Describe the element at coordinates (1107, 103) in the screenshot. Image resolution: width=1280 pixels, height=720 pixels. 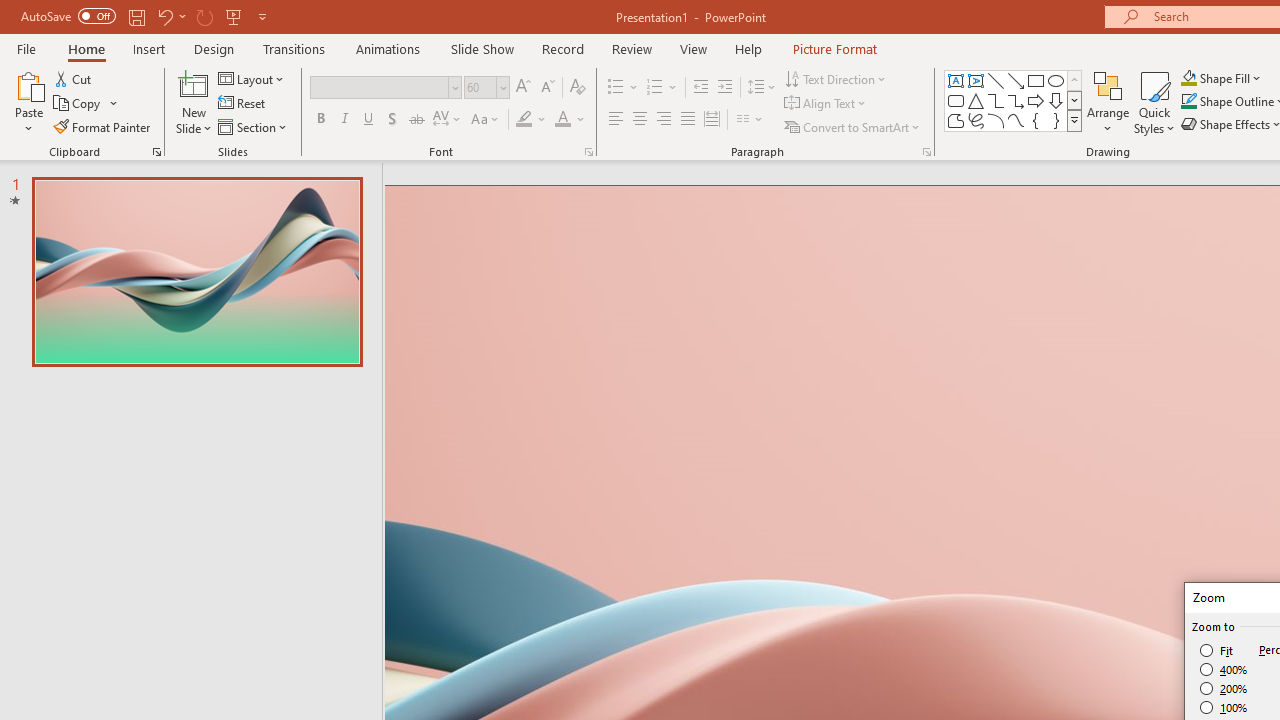
I see `'Arrange'` at that location.